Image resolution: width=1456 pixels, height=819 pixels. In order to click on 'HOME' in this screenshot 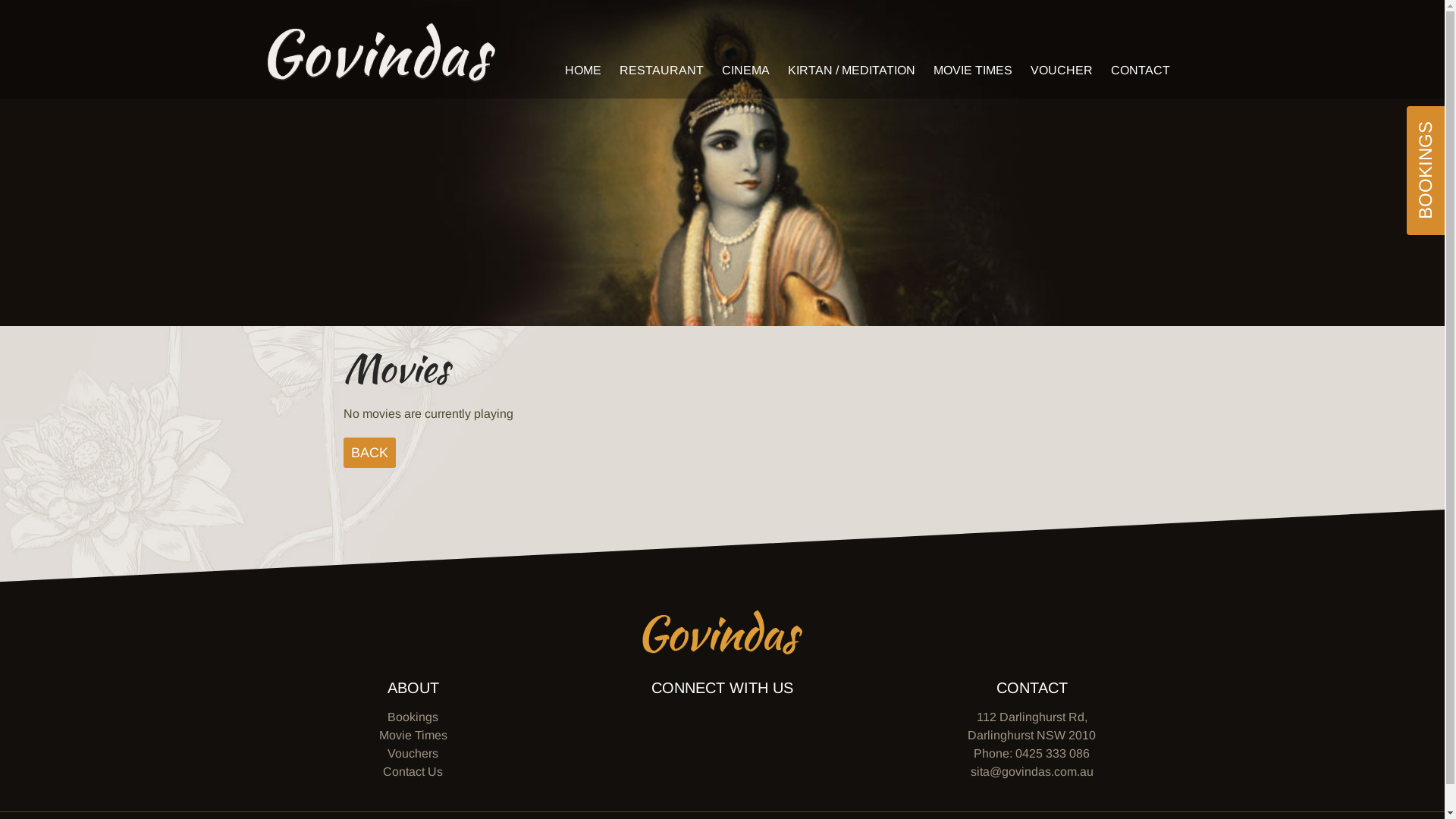, I will do `click(582, 70)`.